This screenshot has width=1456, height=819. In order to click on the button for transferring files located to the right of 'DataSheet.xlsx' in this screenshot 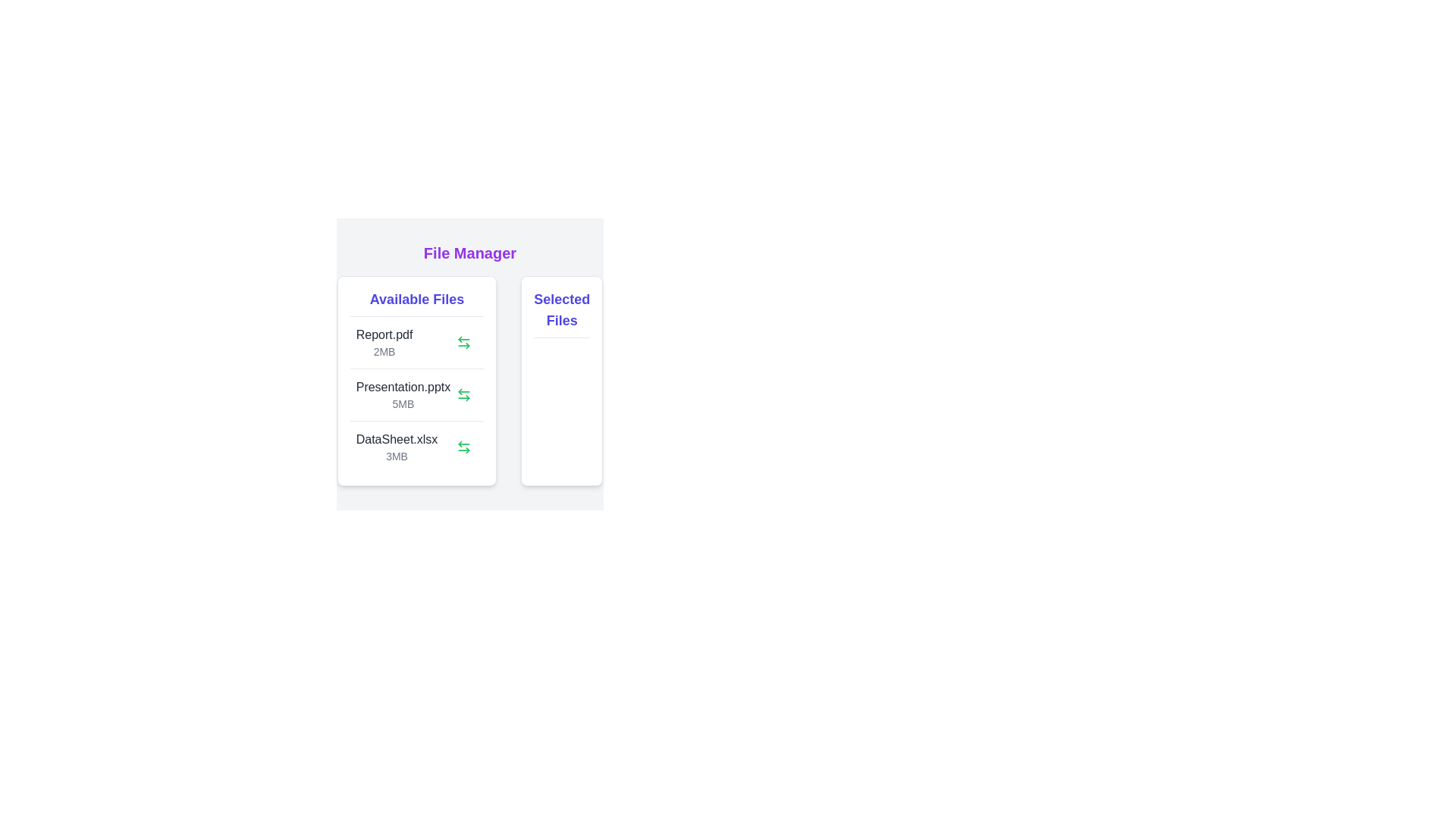, I will do `click(463, 447)`.